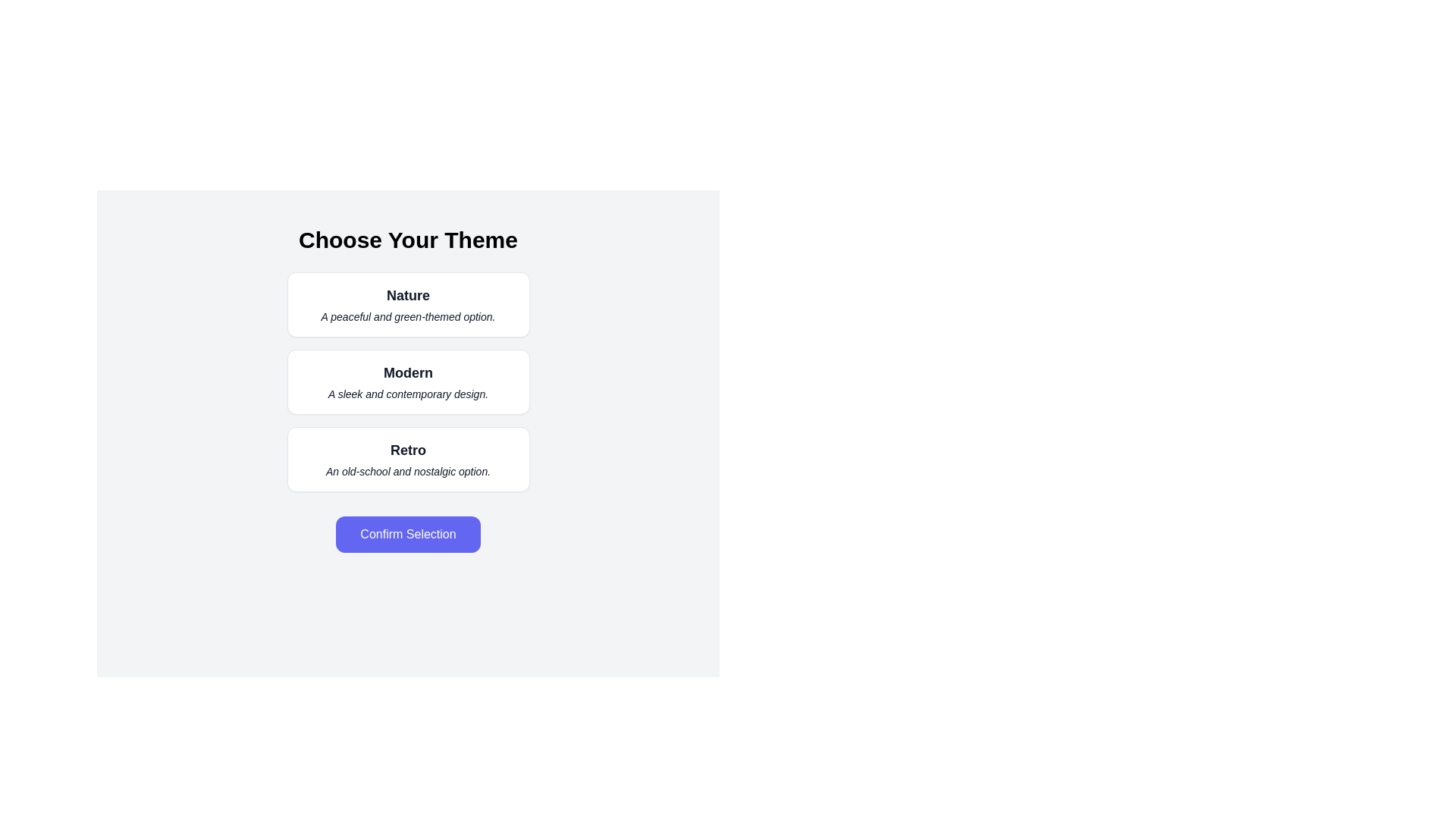  Describe the element at coordinates (408, 394) in the screenshot. I see `small italicized text label that says 'A sleek and contemporary design.' located below the bold title 'Modern.'` at that location.